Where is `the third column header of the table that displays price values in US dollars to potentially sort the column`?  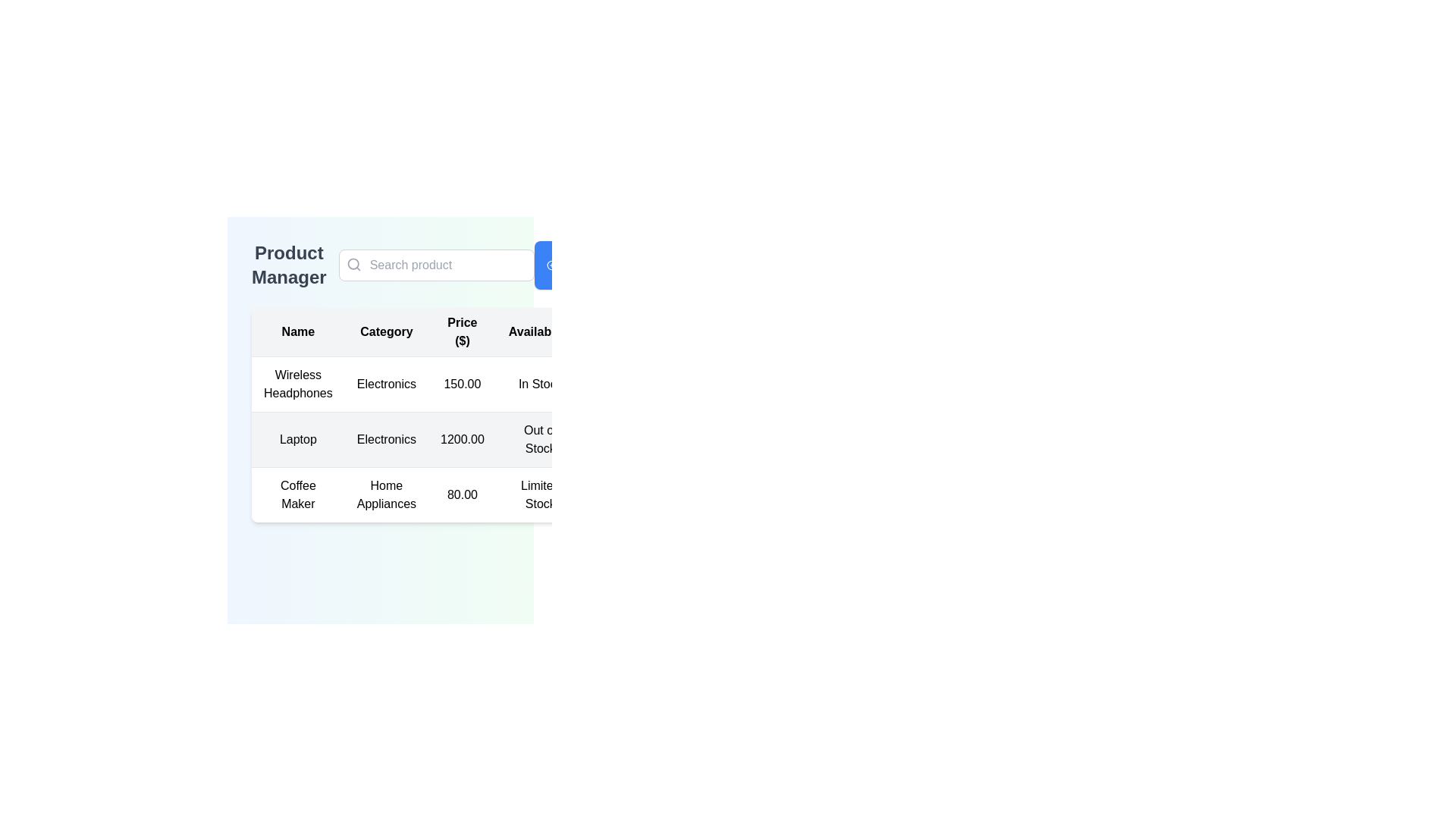 the third column header of the table that displays price values in US dollars to potentially sort the column is located at coordinates (460, 331).